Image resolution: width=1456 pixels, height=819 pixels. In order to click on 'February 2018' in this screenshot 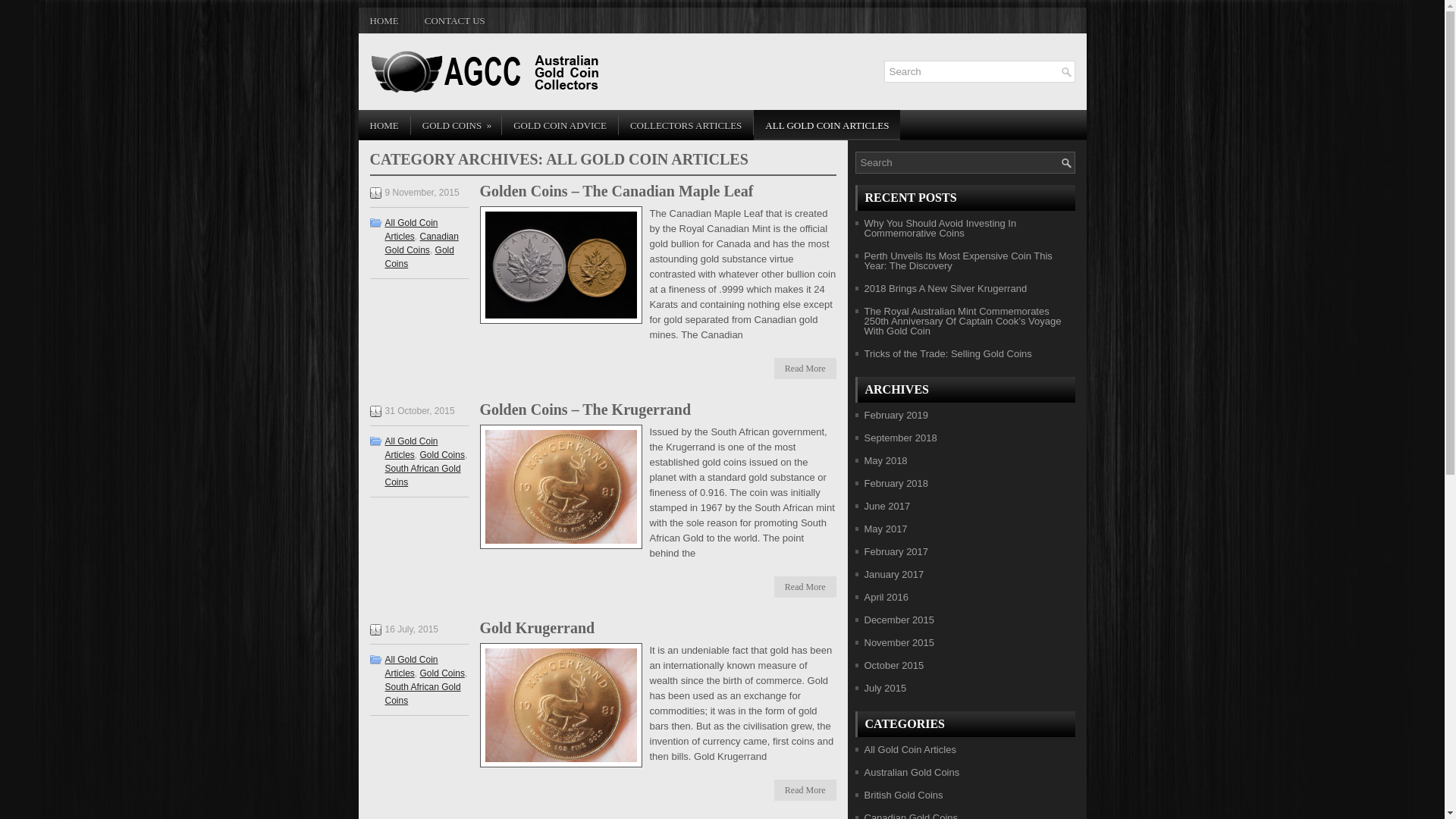, I will do `click(896, 483)`.